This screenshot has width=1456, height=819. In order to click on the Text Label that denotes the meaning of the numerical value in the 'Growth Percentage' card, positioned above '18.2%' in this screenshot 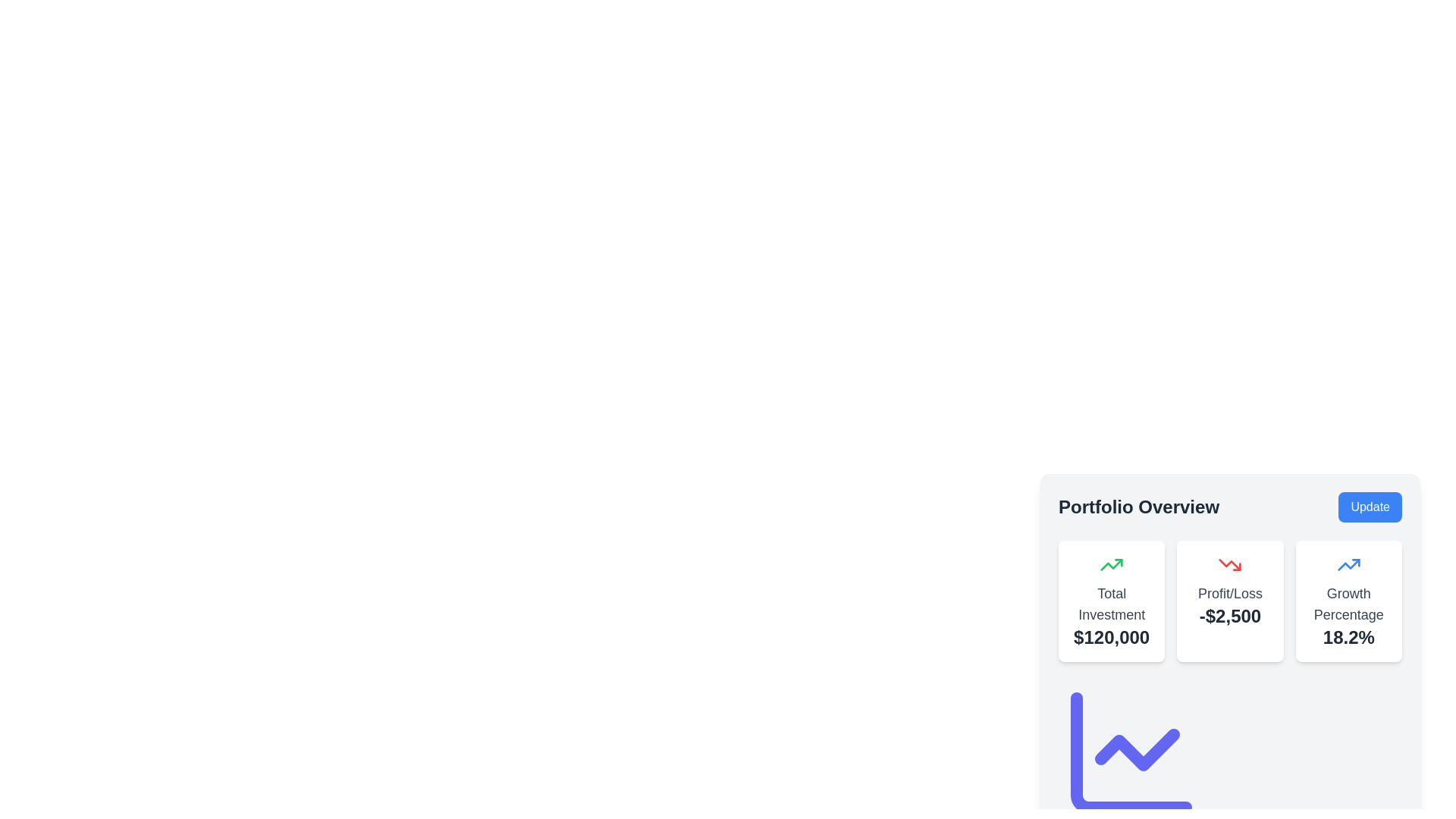, I will do `click(1348, 604)`.